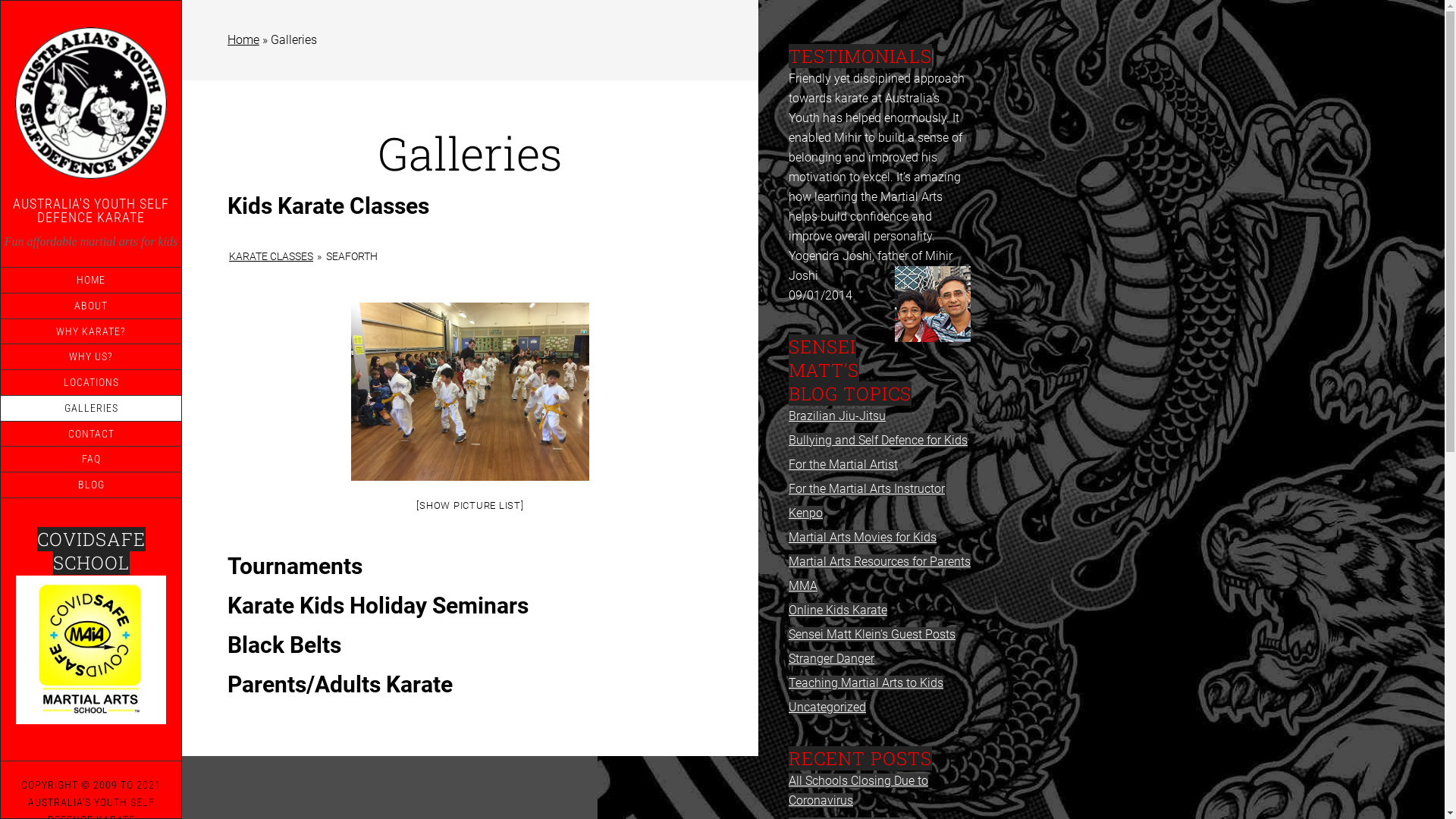  I want to click on 'Teaching Martial Arts to Kids', so click(866, 682).